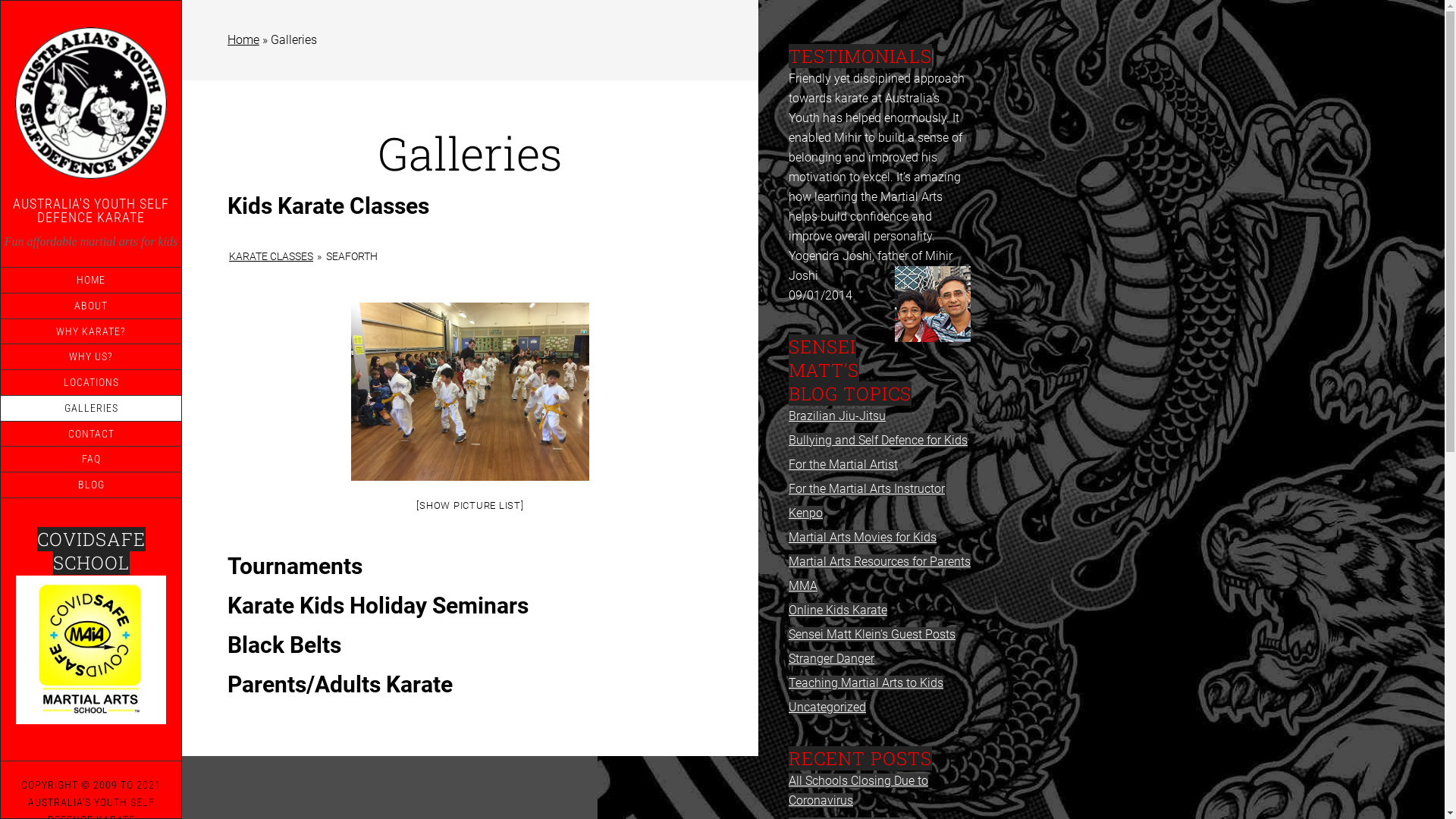  I want to click on 'Teaching Martial Arts to Kids', so click(866, 682).